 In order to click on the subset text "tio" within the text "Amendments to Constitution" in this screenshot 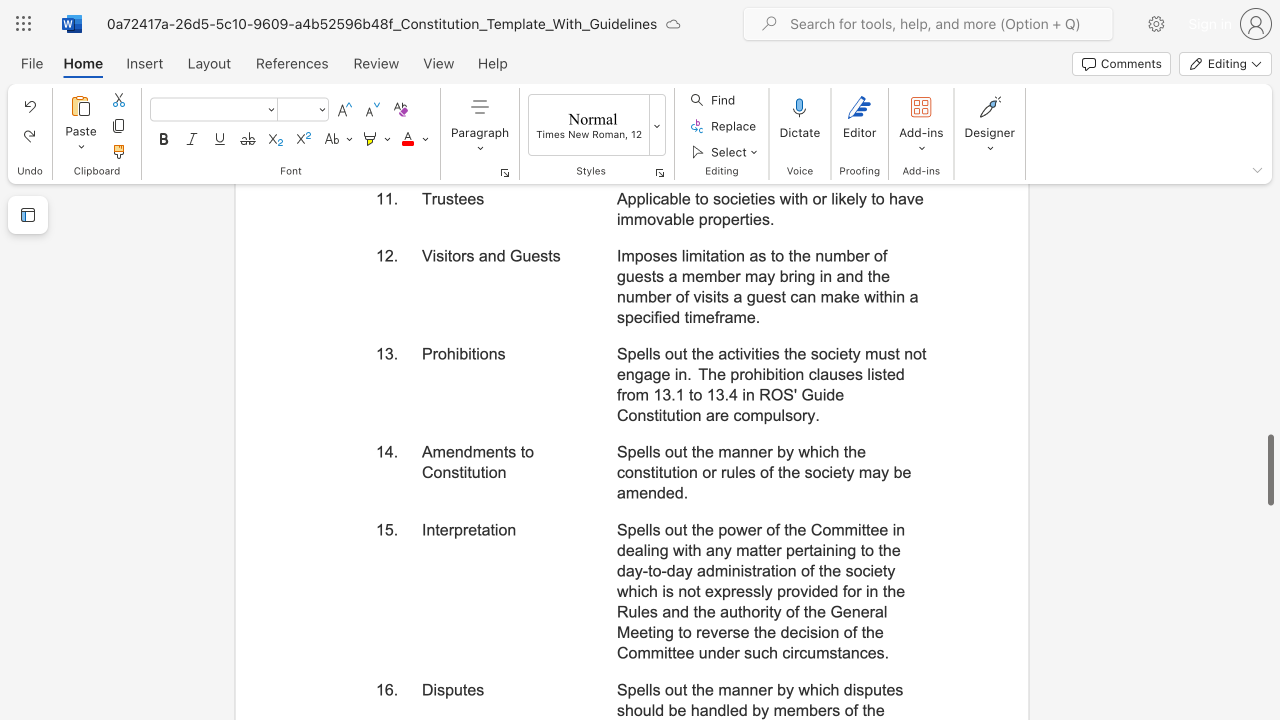, I will do `click(480, 472)`.